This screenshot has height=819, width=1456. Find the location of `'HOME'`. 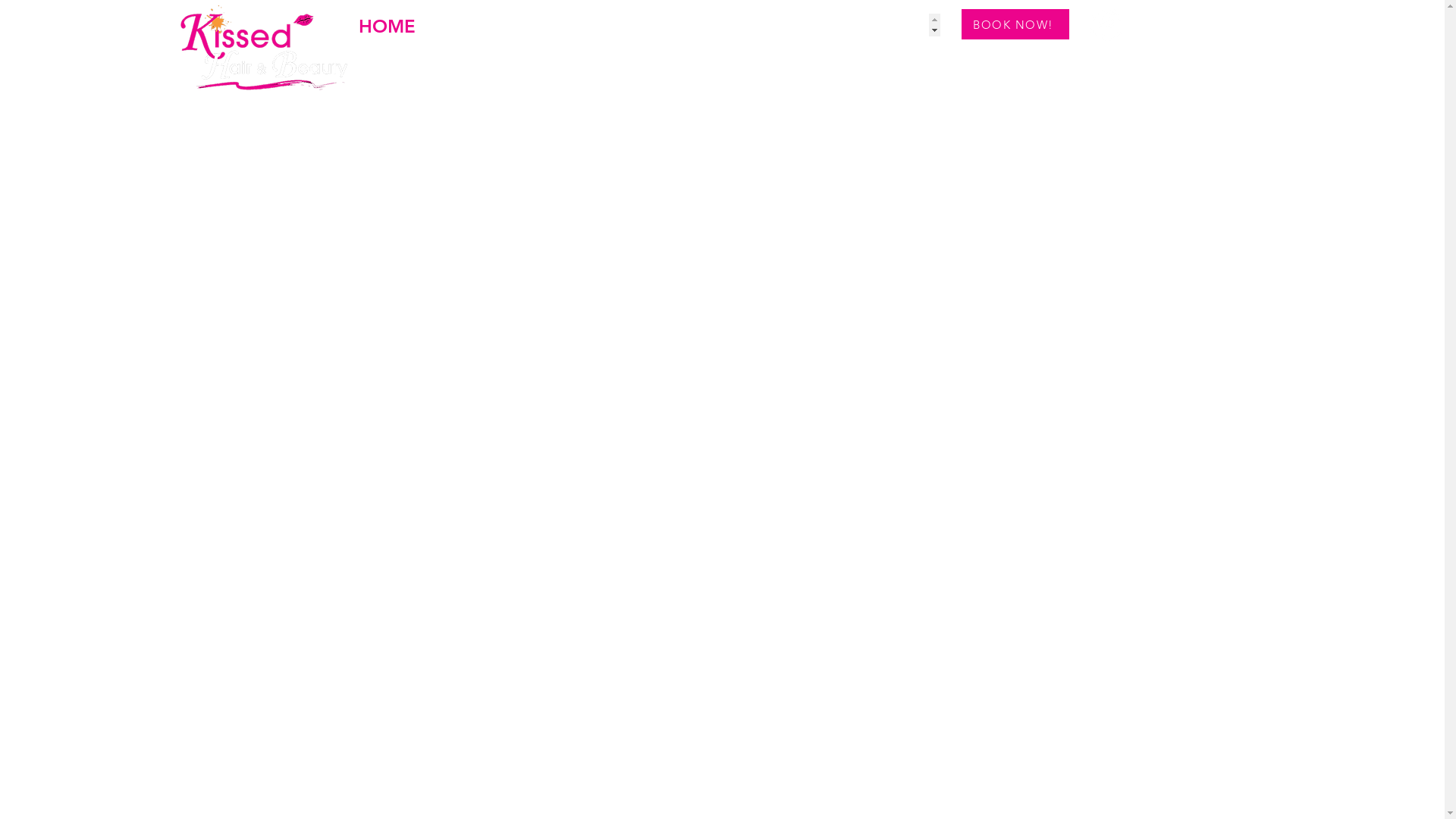

'HOME' is located at coordinates (386, 25).